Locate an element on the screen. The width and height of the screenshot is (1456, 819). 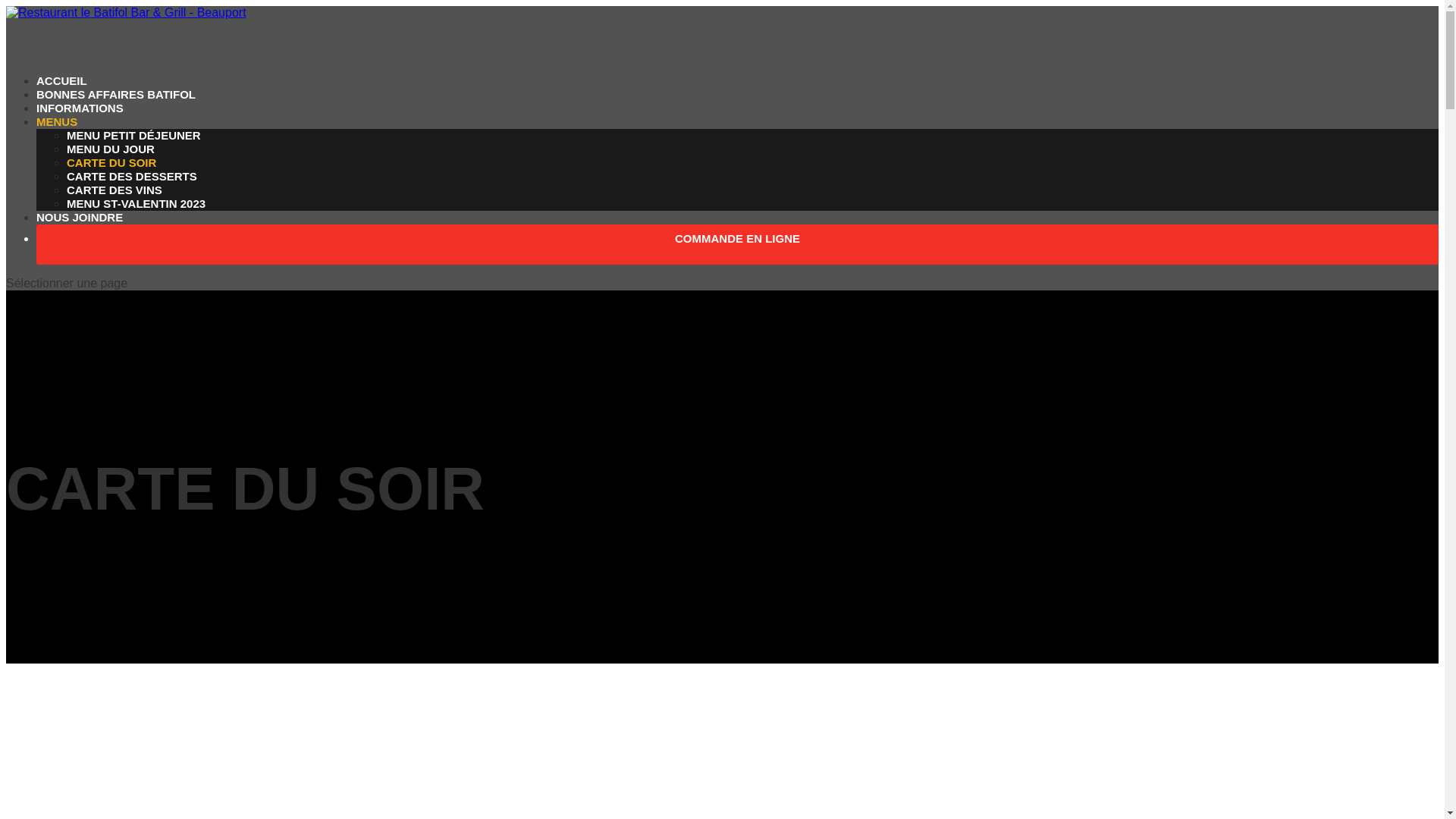
'CARTE DU SOIR' is located at coordinates (111, 162).